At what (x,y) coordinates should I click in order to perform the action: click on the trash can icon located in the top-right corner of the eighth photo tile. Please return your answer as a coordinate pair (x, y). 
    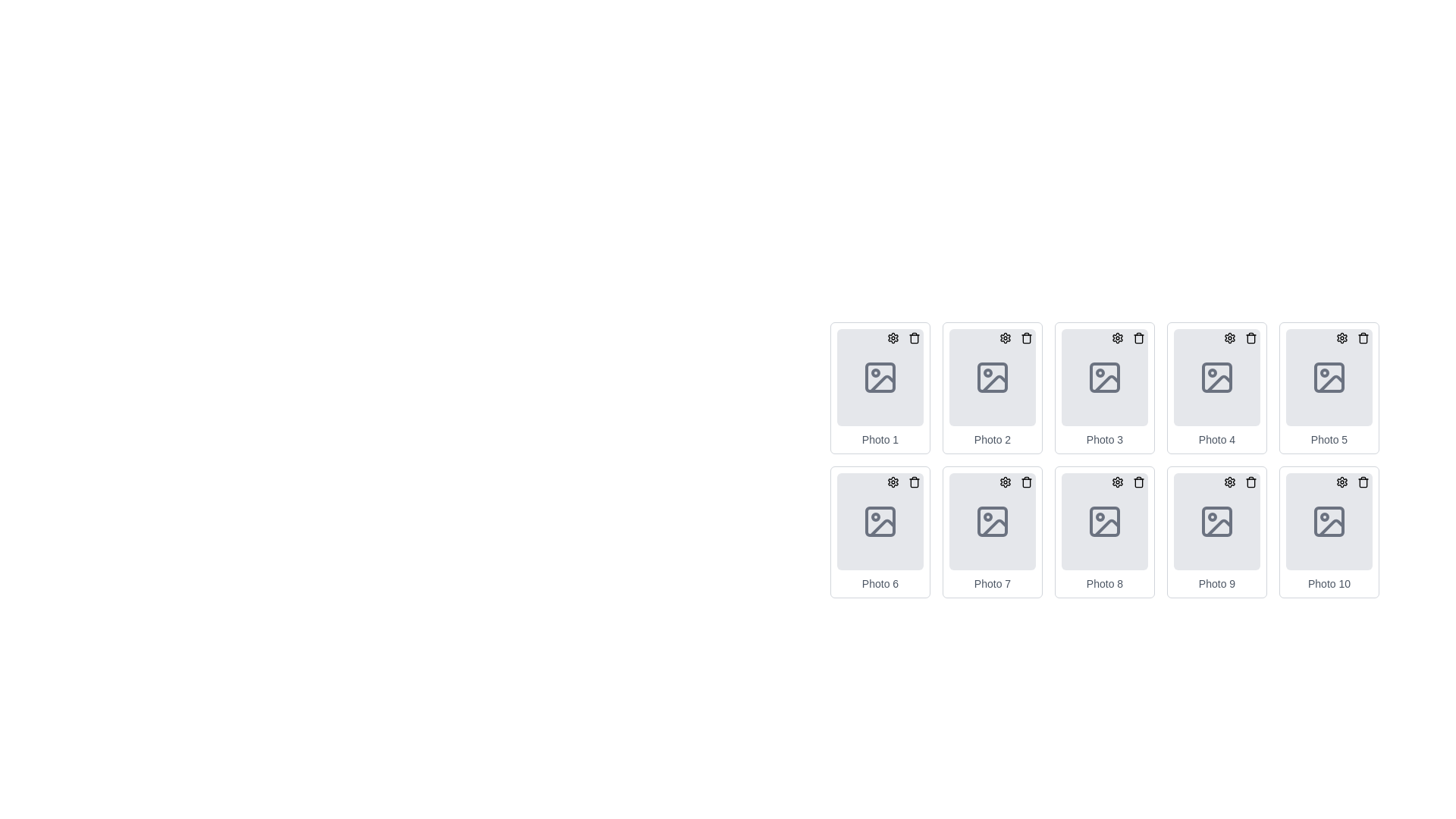
    Looking at the image, I should click on (1139, 482).